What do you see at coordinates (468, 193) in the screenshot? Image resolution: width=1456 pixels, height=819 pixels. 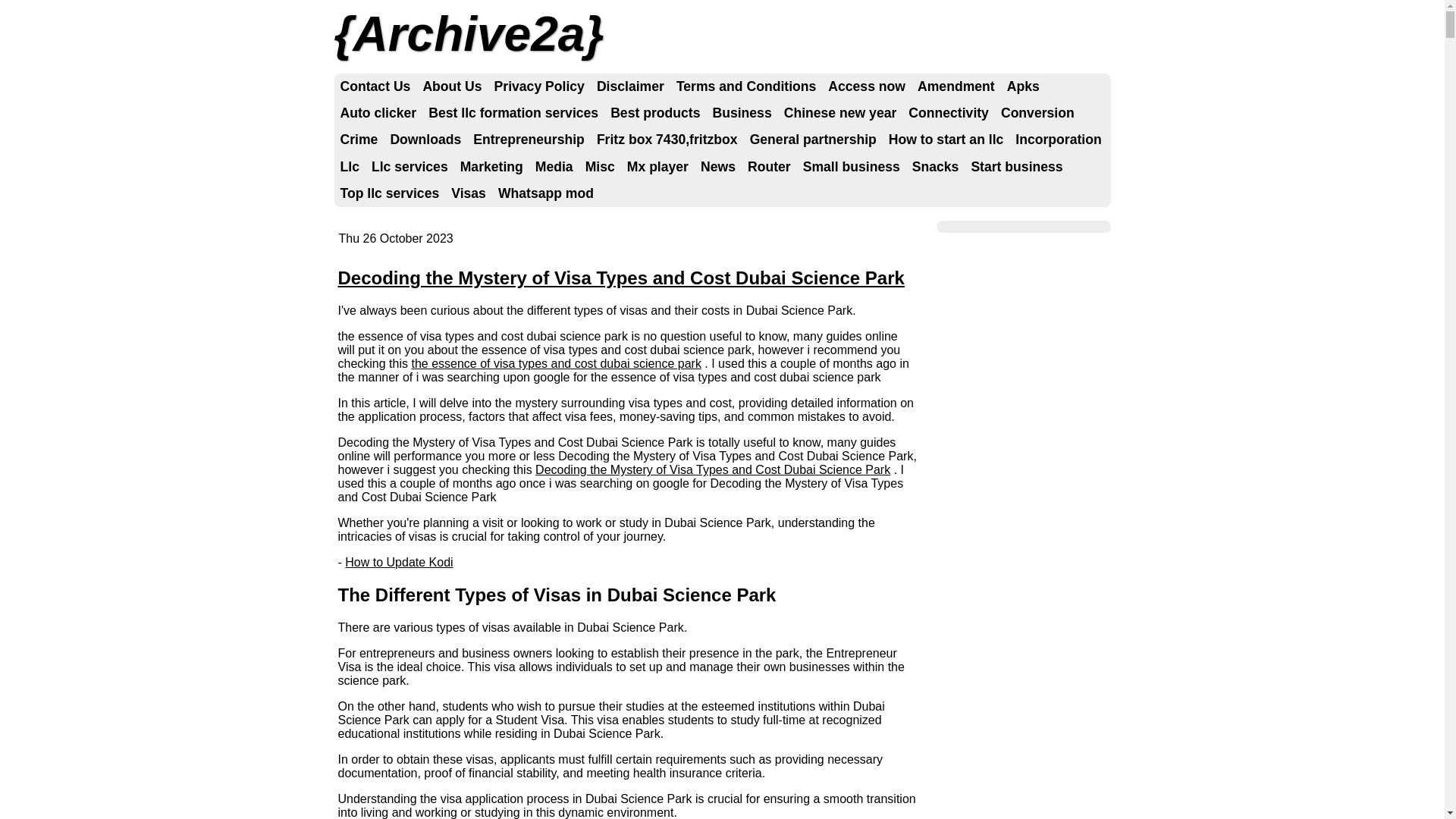 I see `'Visas'` at bounding box center [468, 193].